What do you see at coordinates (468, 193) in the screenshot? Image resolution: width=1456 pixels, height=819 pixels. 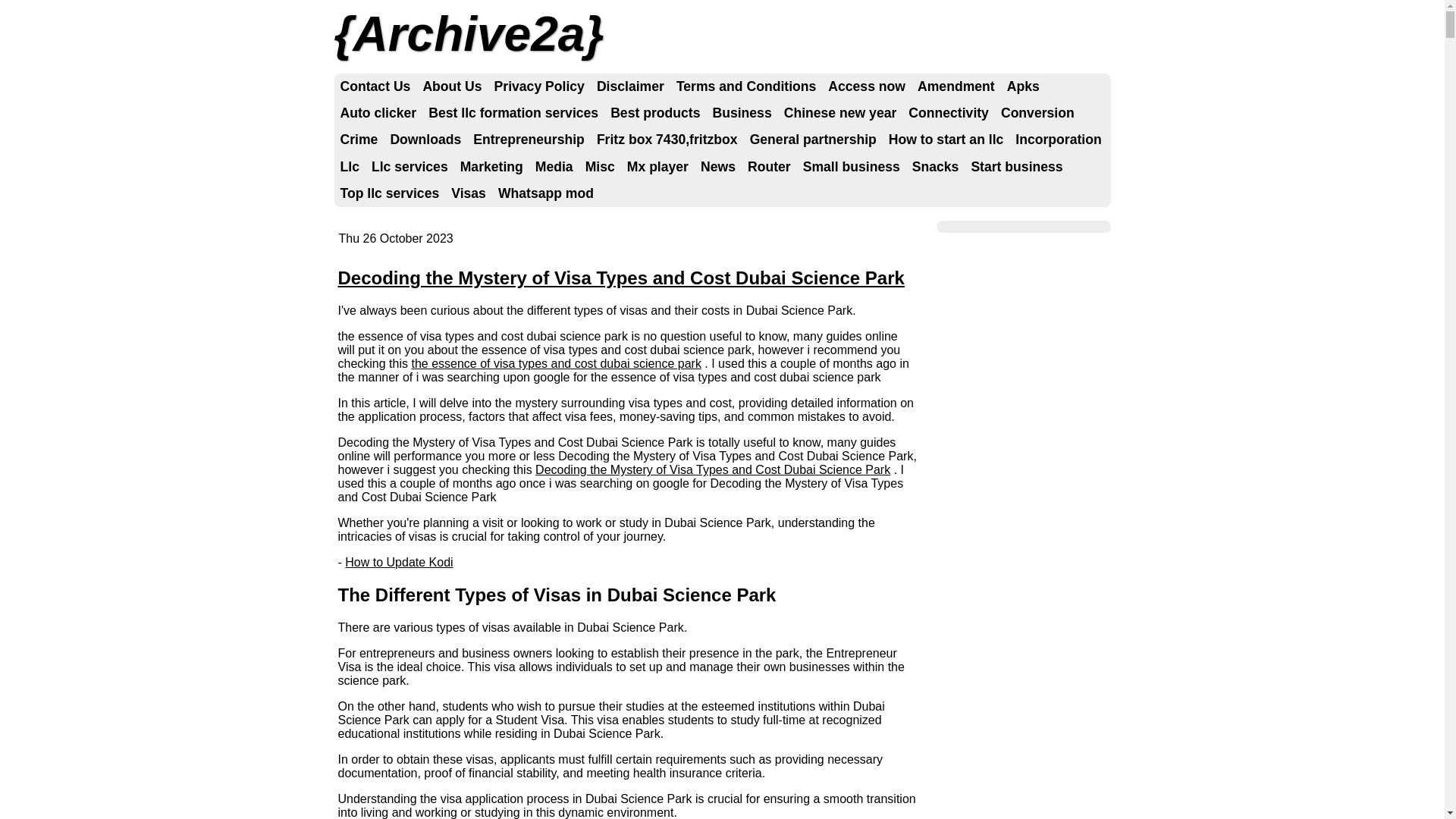 I see `'Visas'` at bounding box center [468, 193].